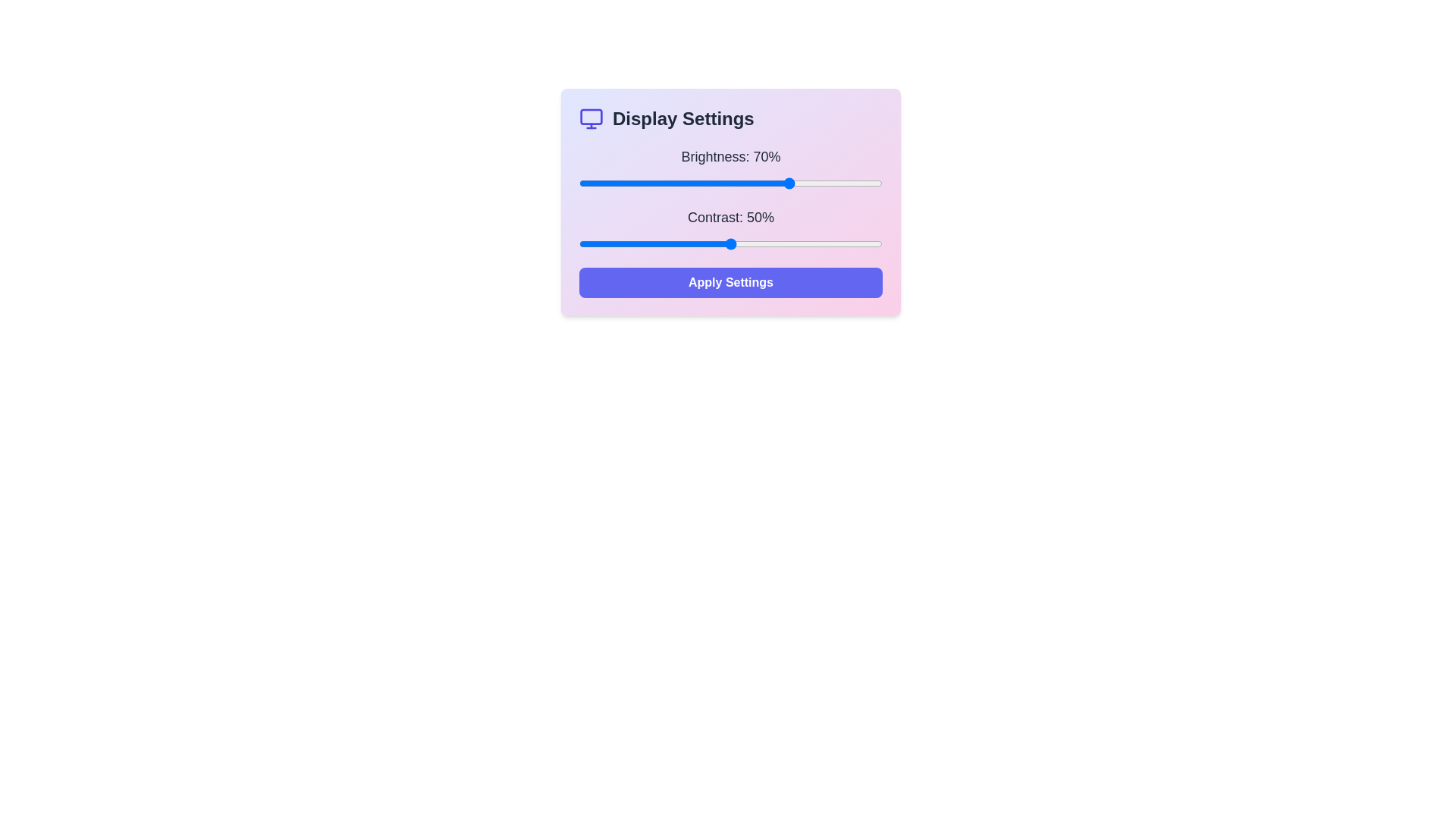  What do you see at coordinates (723, 243) in the screenshot?
I see `the contrast slider to 48%` at bounding box center [723, 243].